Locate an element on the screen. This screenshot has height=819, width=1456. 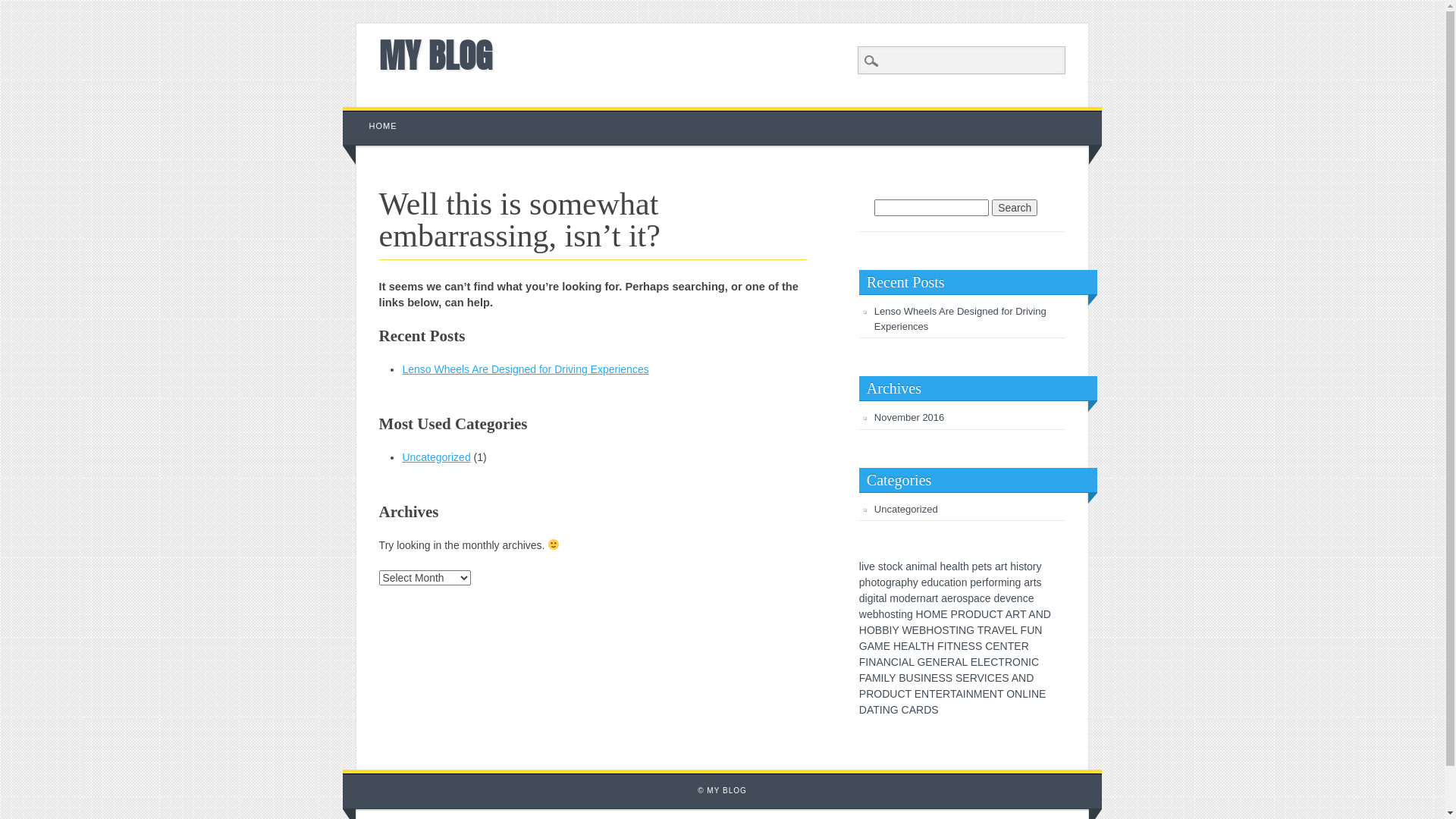
'B' is located at coordinates (878, 629).